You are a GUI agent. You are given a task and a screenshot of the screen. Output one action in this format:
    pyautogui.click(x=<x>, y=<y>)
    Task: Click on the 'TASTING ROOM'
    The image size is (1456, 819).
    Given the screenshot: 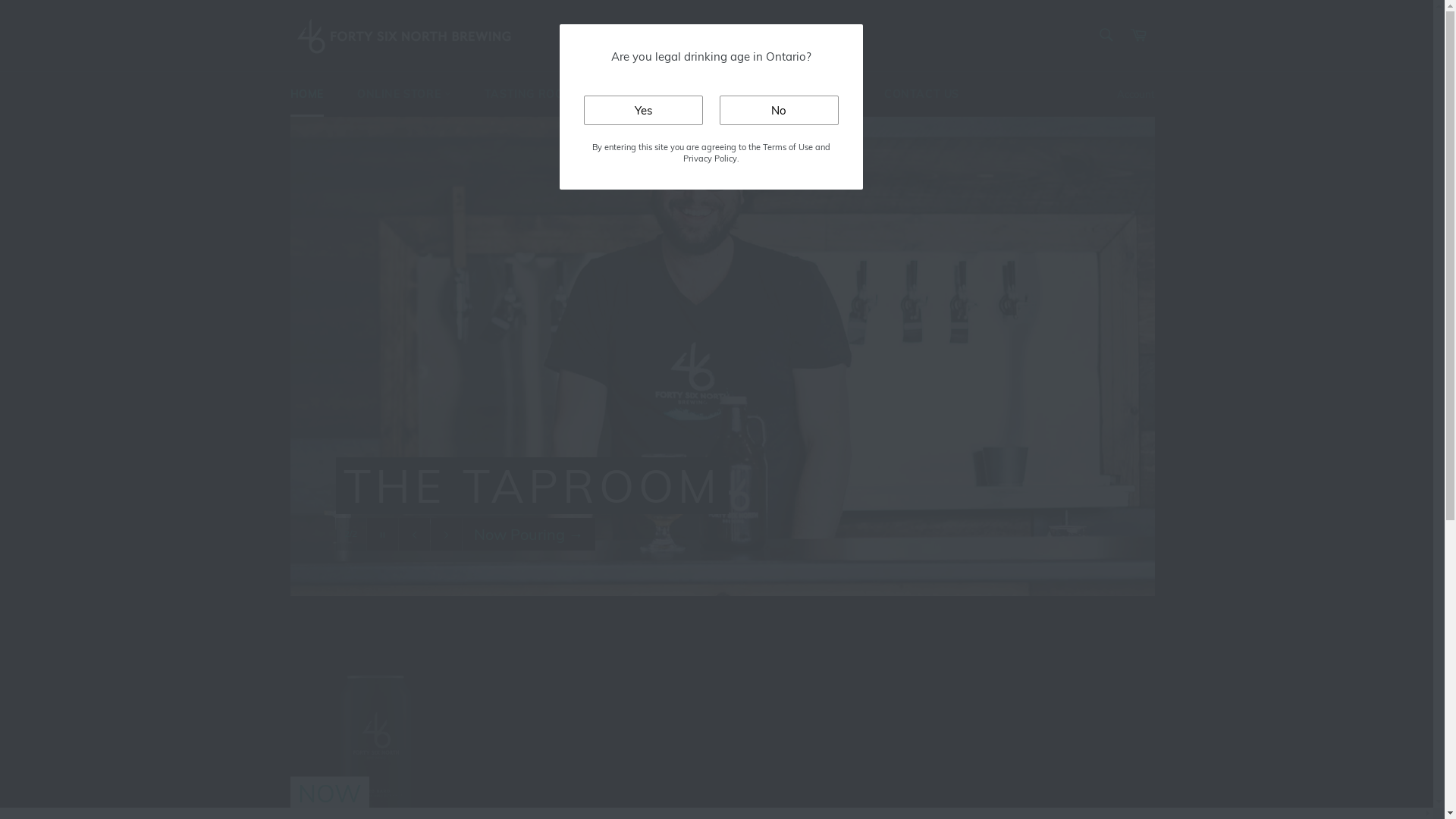 What is the action you would take?
    pyautogui.click(x=534, y=94)
    